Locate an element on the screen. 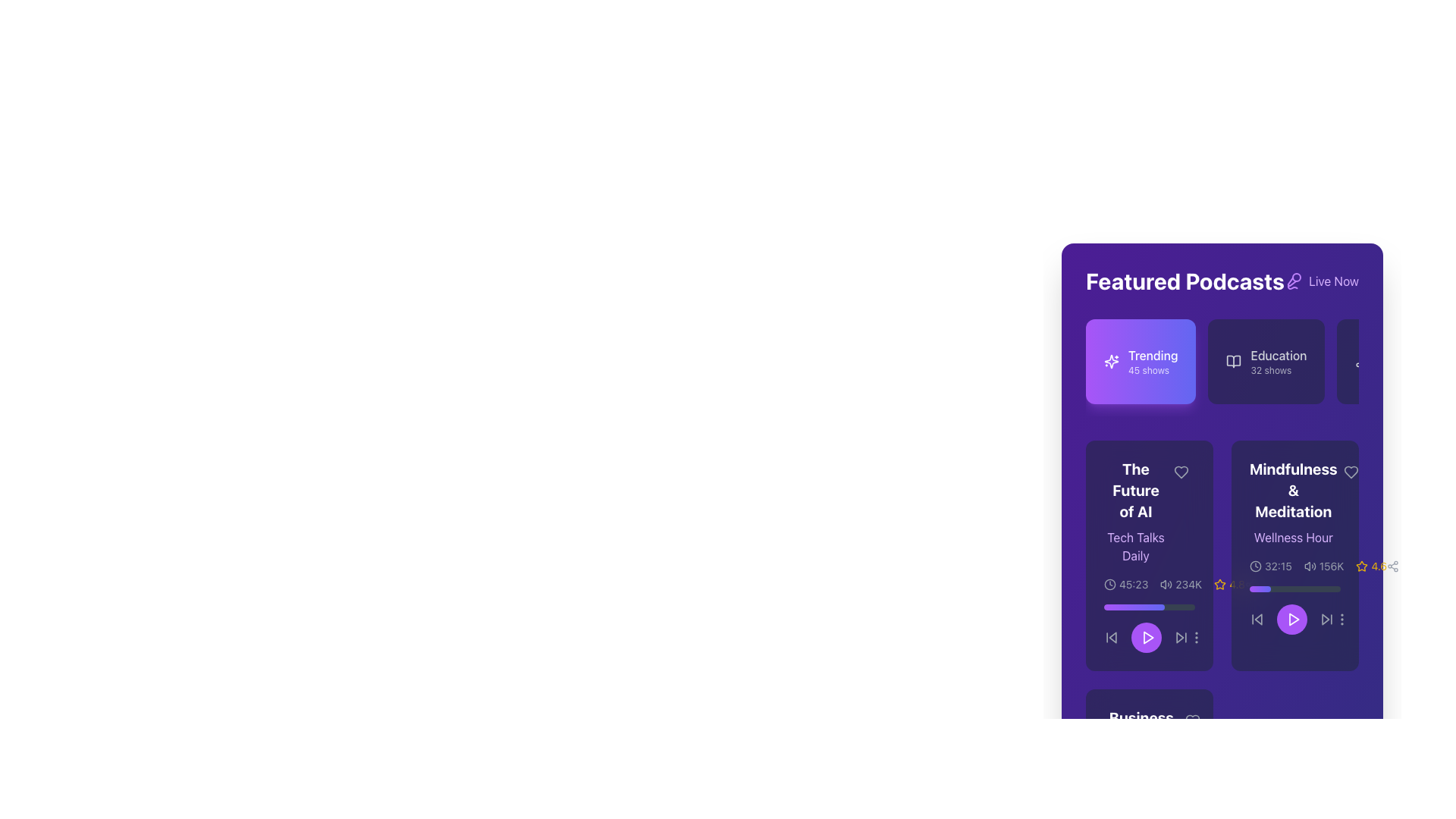 The height and width of the screenshot is (819, 1456). the rating indicator located at the bottom portion of the 'Mindfulness & Meditation' box, specifically to the right of the play button is located at coordinates (1229, 584).